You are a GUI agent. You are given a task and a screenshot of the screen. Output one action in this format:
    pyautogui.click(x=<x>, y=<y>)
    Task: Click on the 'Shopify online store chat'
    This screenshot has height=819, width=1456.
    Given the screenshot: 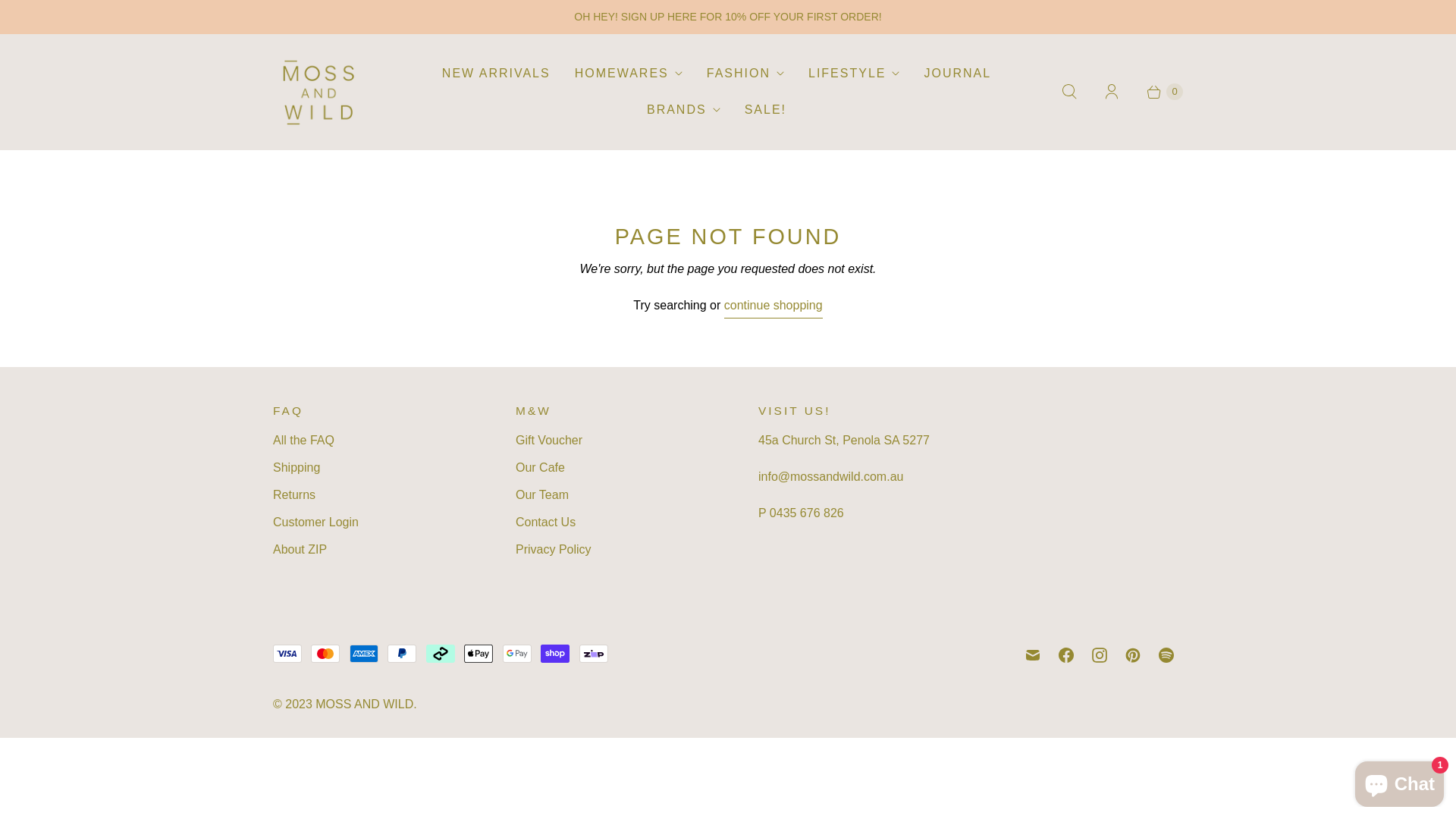 What is the action you would take?
    pyautogui.click(x=1398, y=780)
    